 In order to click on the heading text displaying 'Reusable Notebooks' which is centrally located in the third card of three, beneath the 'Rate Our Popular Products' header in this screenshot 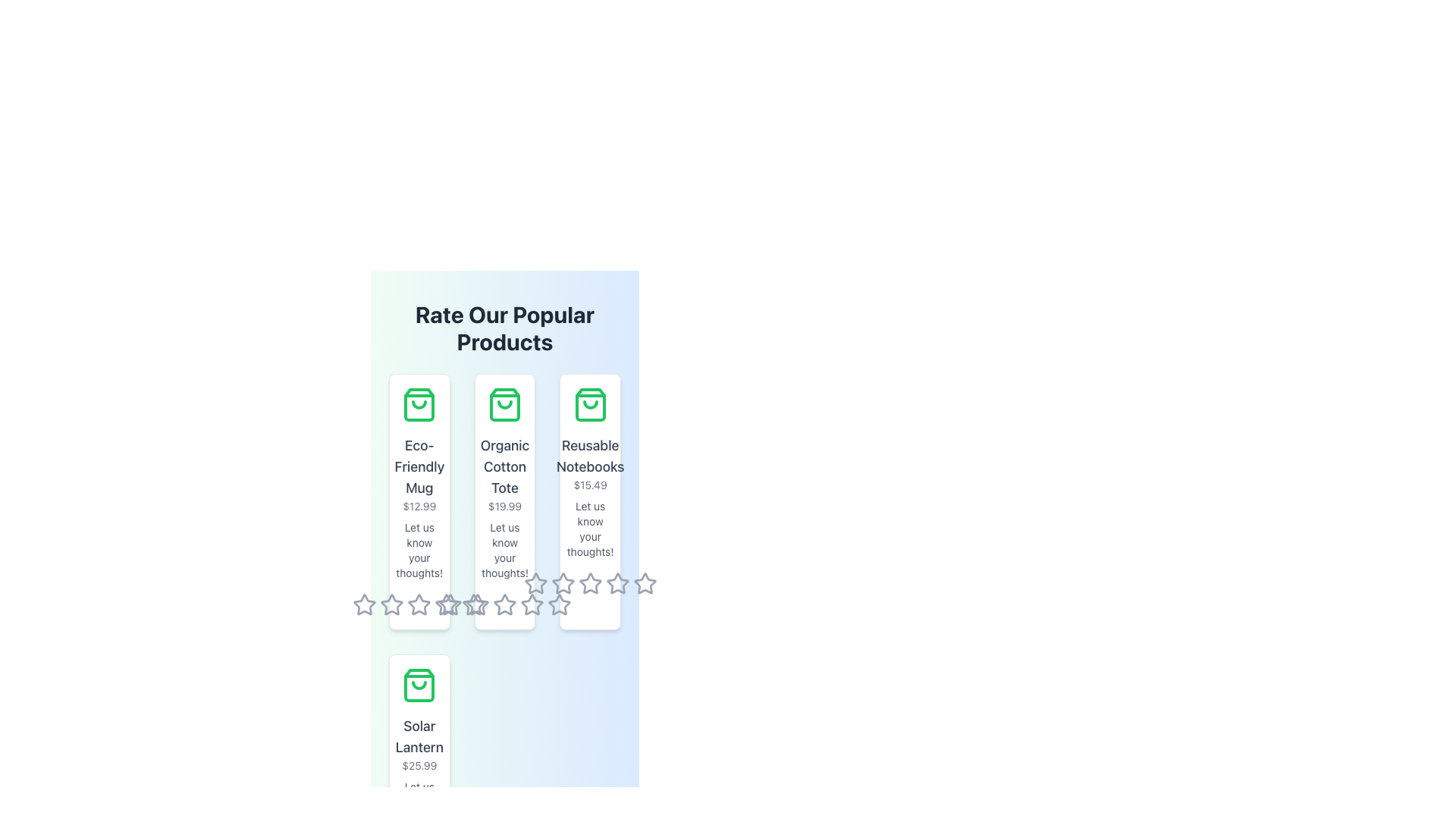, I will do `click(589, 455)`.